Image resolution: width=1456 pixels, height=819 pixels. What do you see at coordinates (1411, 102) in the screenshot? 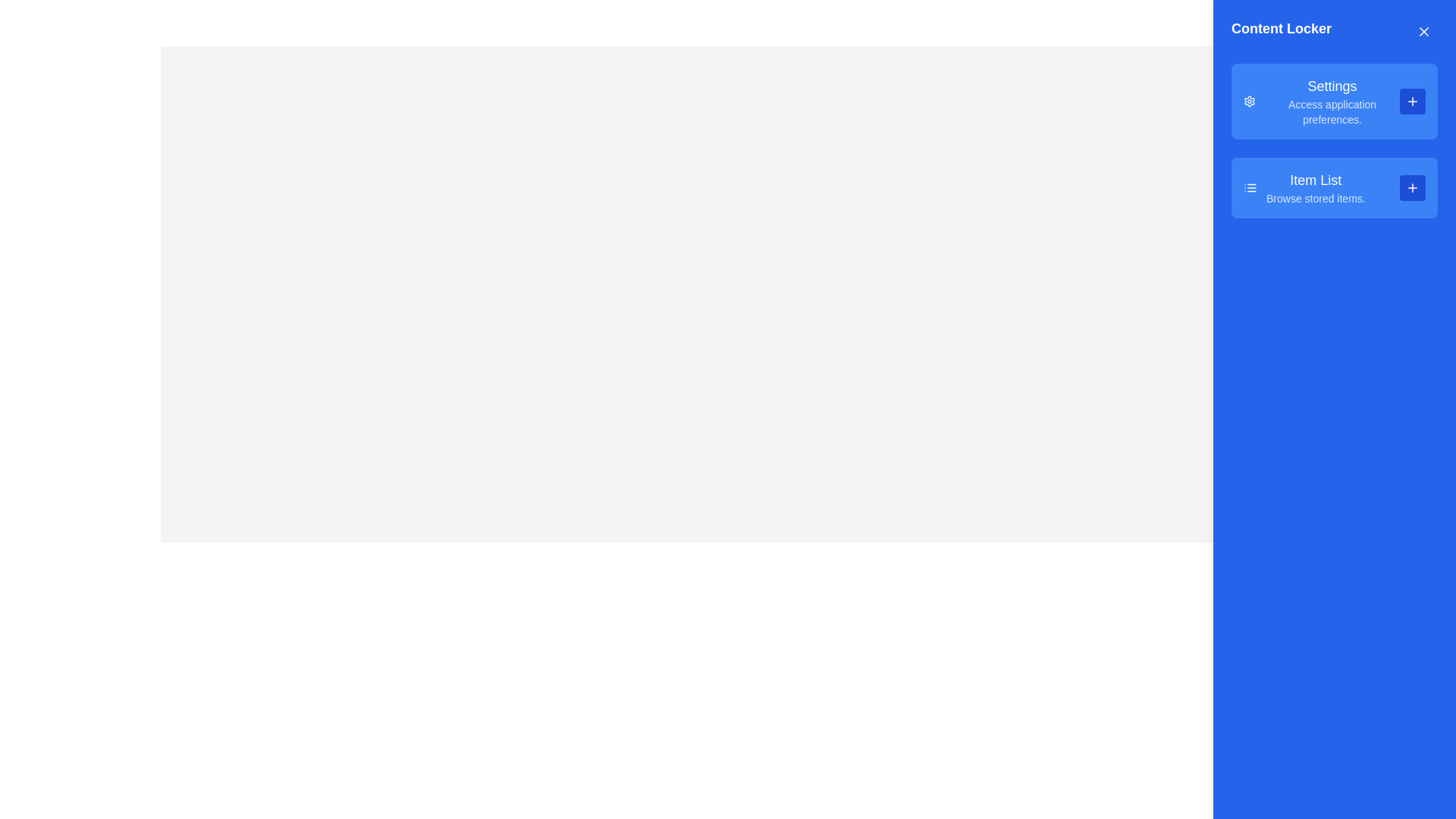
I see `the button located towards the right edge of the light blue 'Settings' section in the 'Content Locker' panel` at bounding box center [1411, 102].